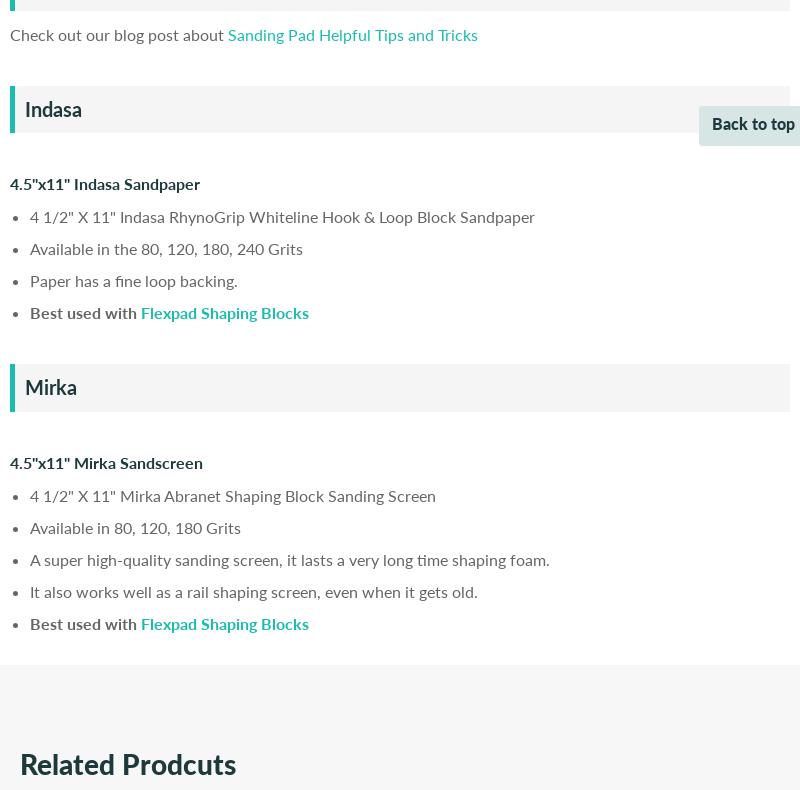 This screenshot has height=790, width=800. I want to click on 'Back to top', so click(753, 123).